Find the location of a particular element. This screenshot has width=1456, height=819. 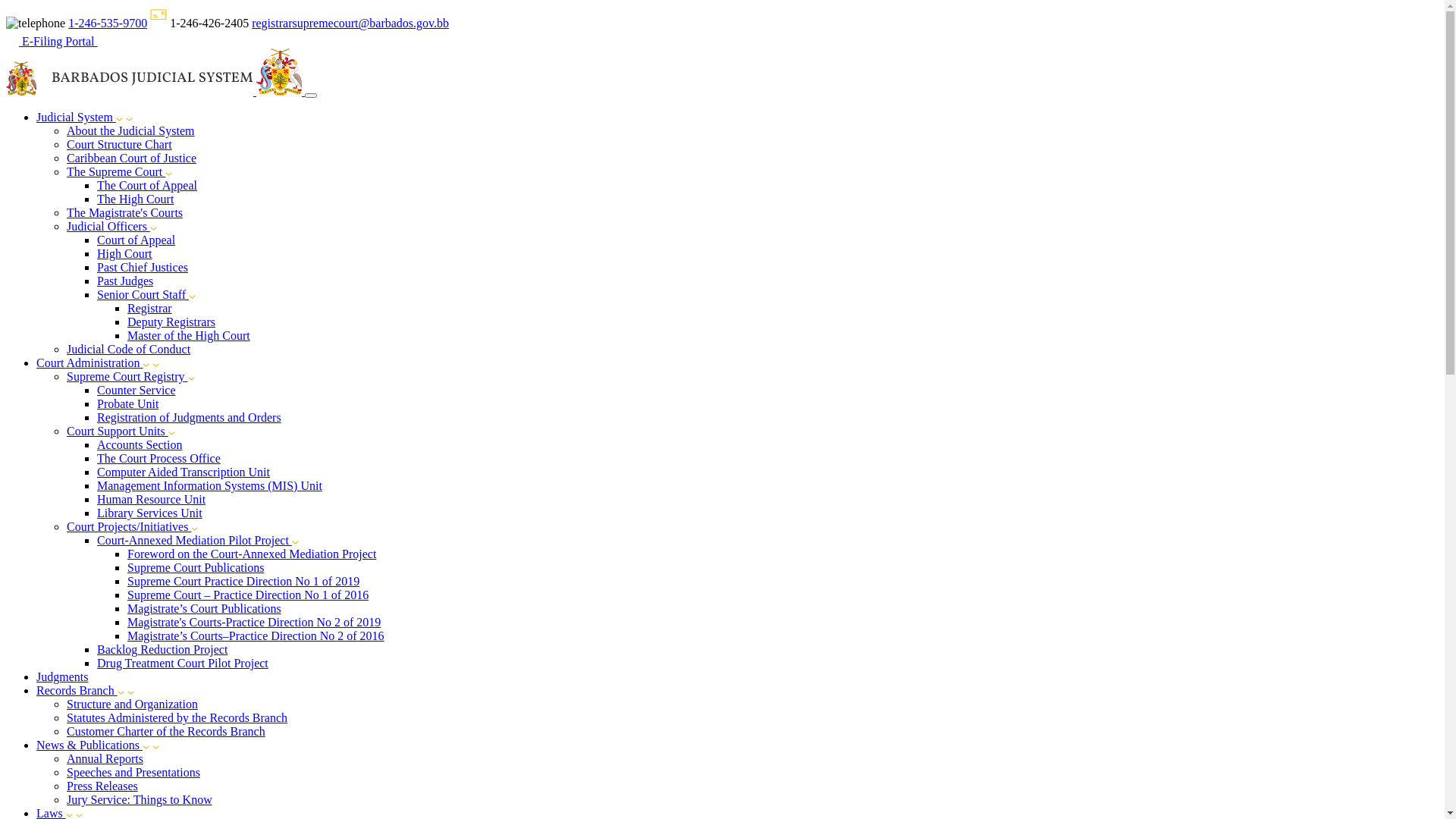

'Supreme Court Publications' is located at coordinates (127, 567).